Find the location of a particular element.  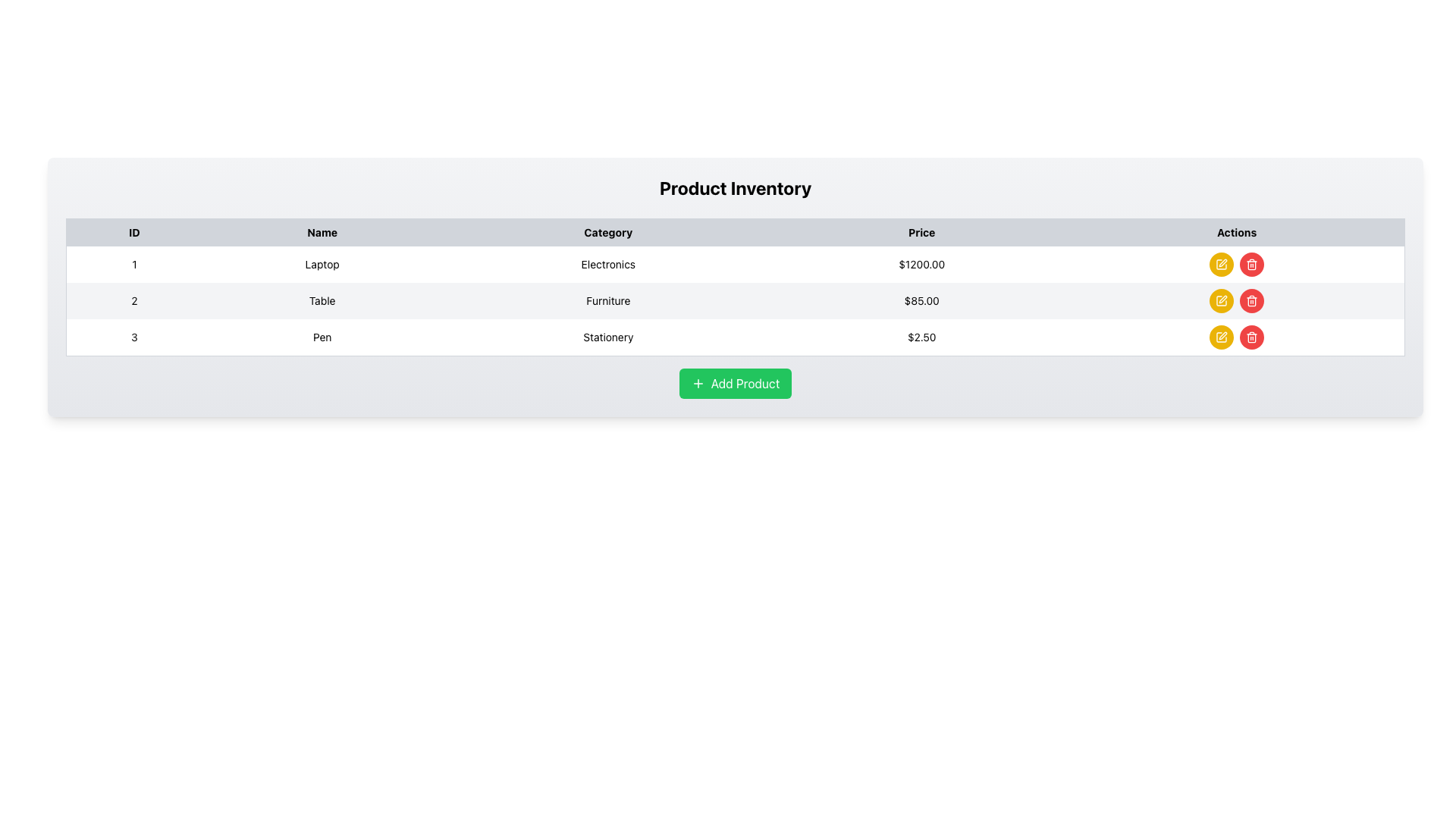

bold, centered header text 'Product Inventory' located at the top of the content card above the product table is located at coordinates (735, 187).